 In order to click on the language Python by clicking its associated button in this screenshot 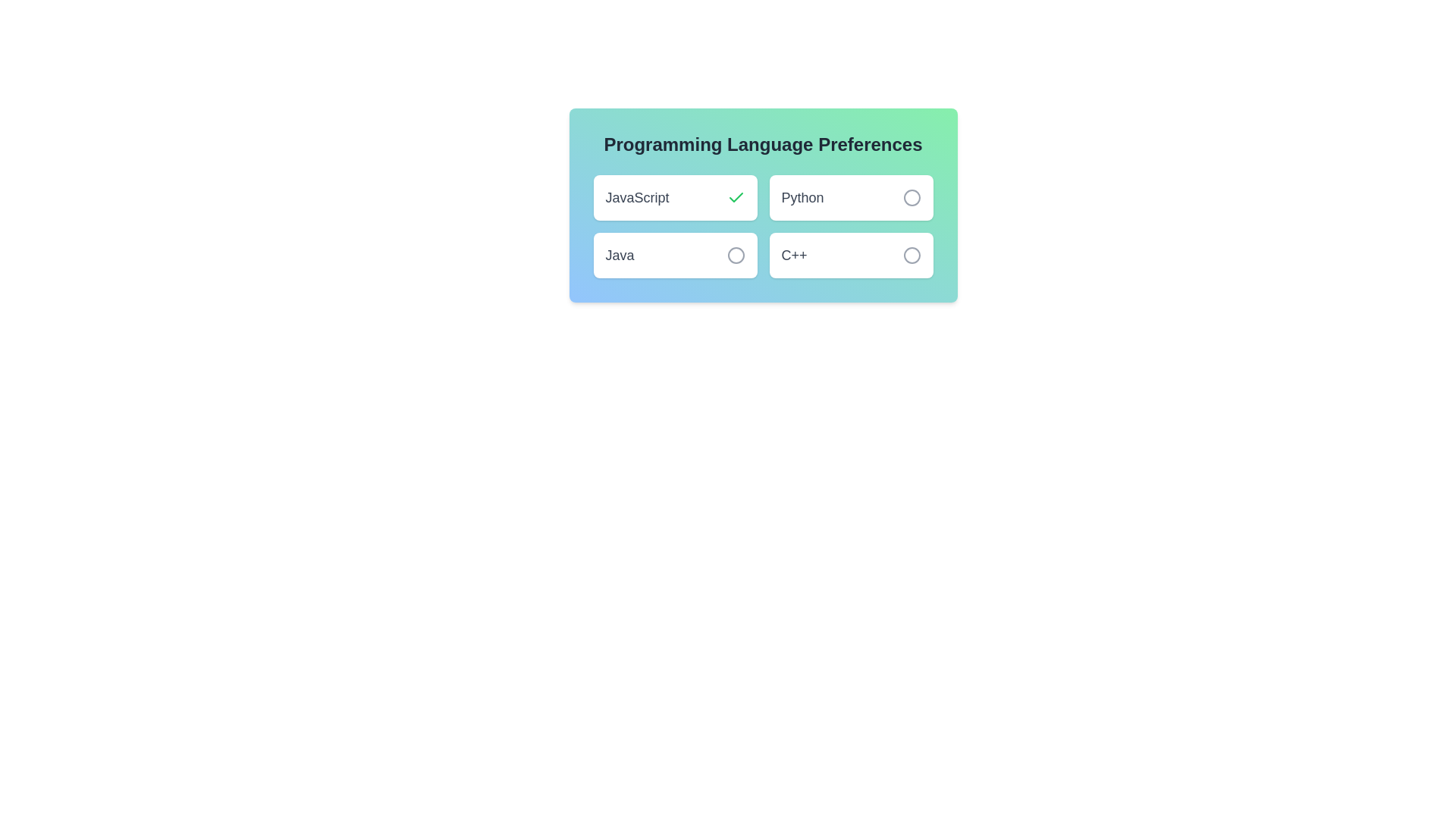, I will do `click(911, 197)`.